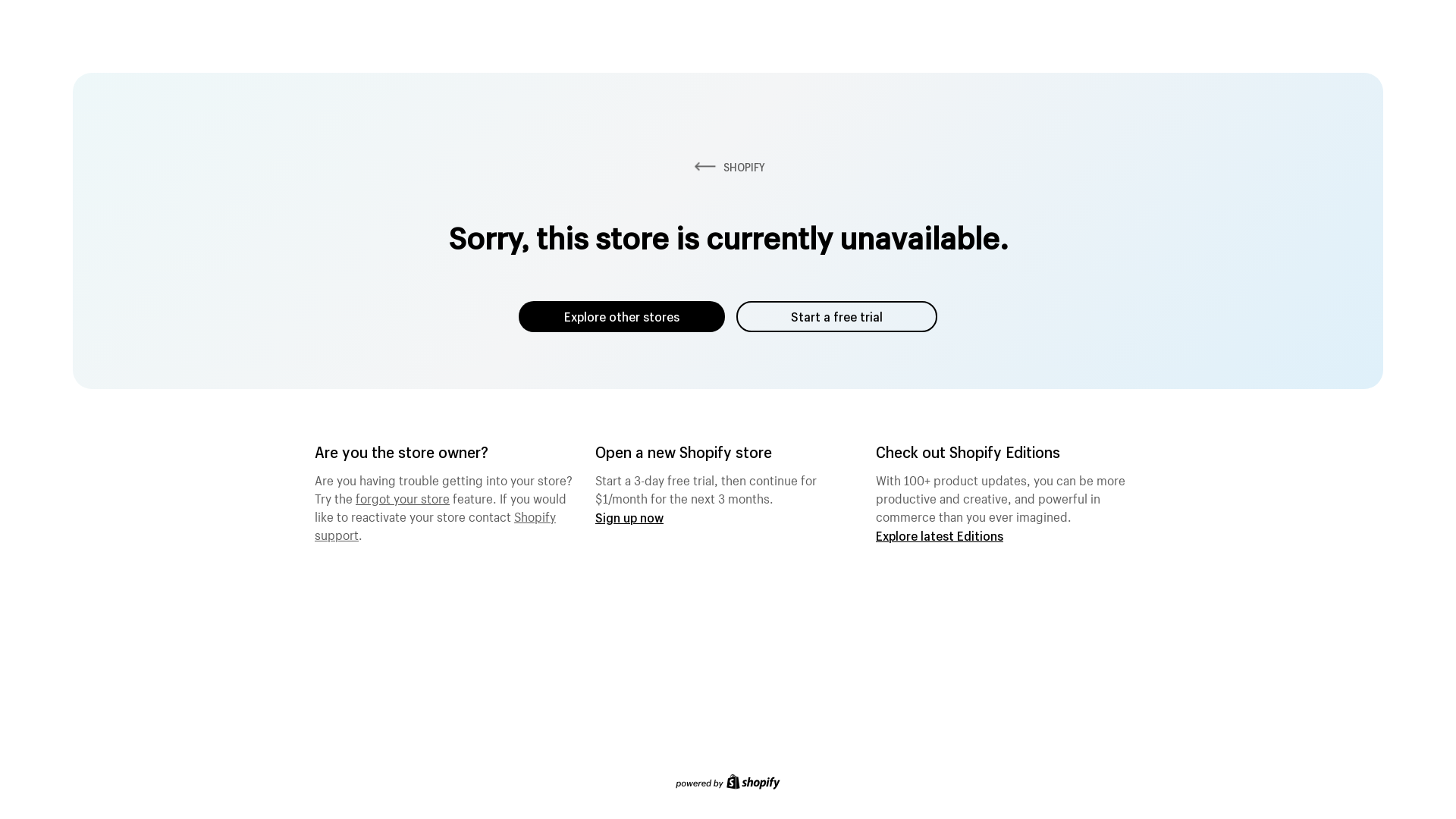 The height and width of the screenshot is (819, 1456). Describe the element at coordinates (629, 516) in the screenshot. I see `'Sign up now'` at that location.